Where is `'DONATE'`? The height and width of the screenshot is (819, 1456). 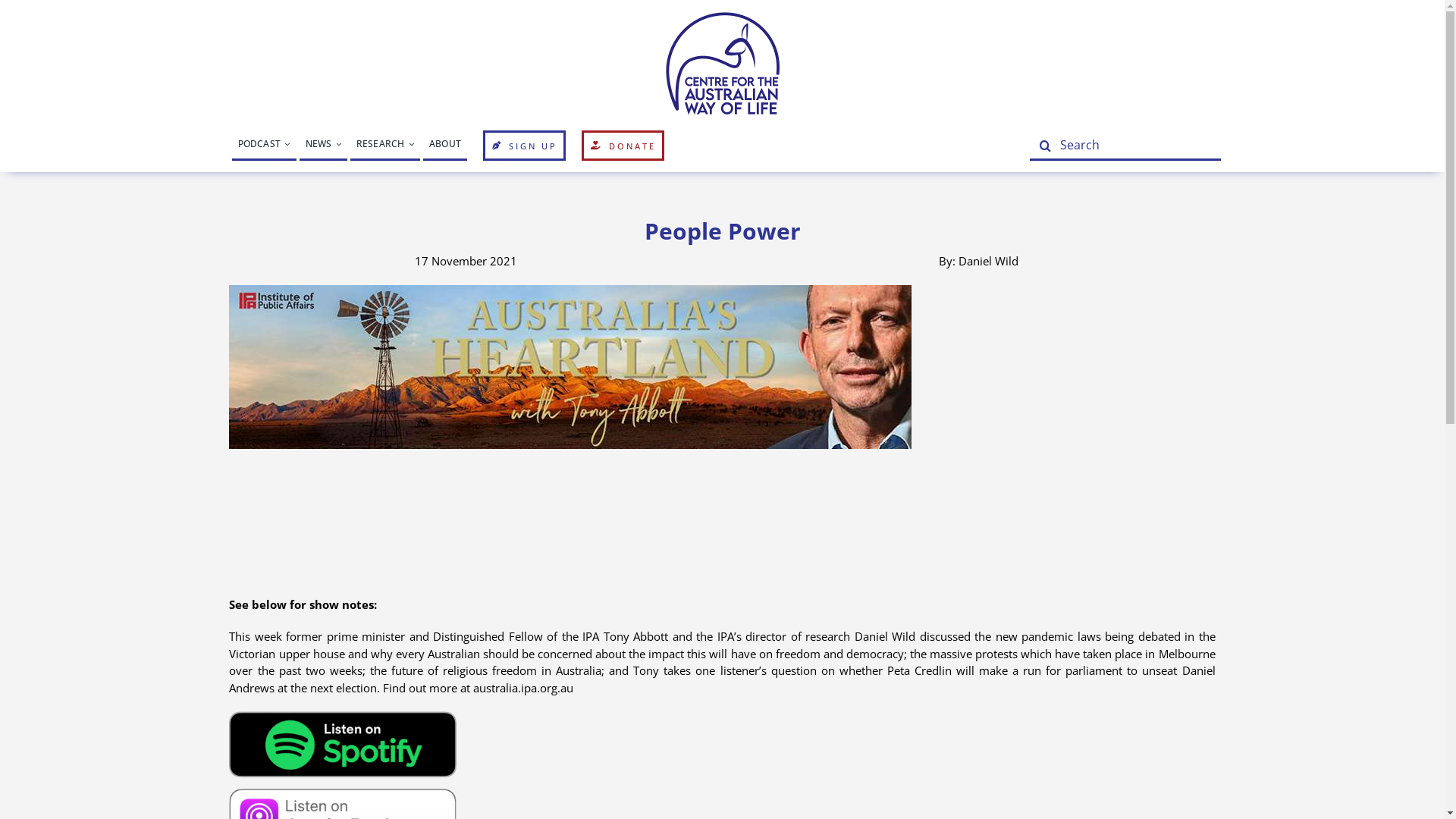 'DONATE' is located at coordinates (623, 146).